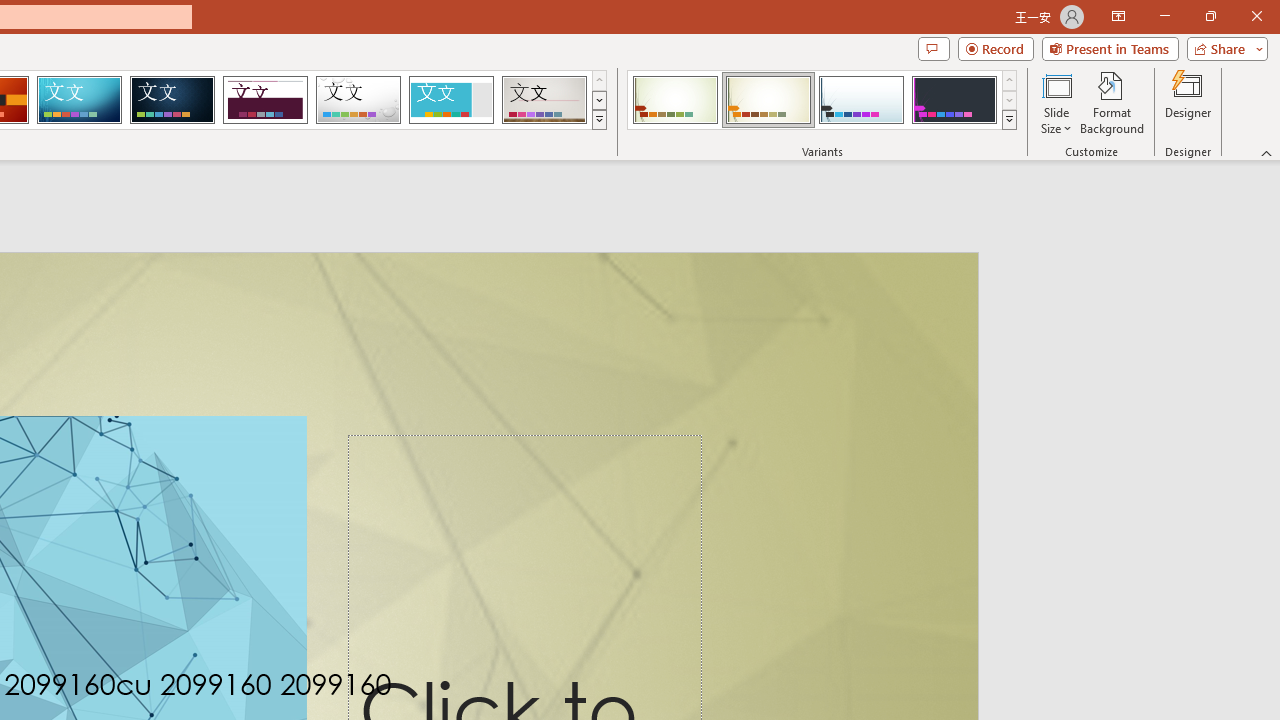 Image resolution: width=1280 pixels, height=720 pixels. What do you see at coordinates (79, 100) in the screenshot?
I see `'Circuit Loading Preview...'` at bounding box center [79, 100].